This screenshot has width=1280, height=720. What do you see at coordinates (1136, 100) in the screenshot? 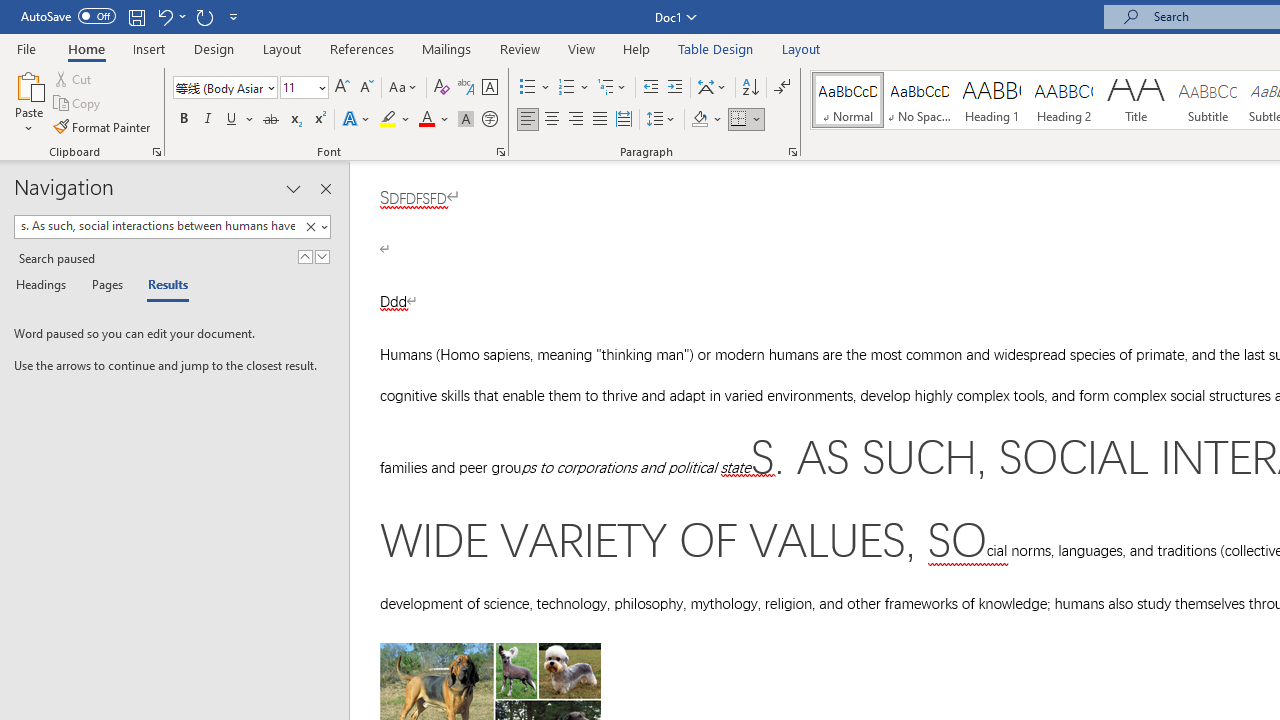
I see `'Title'` at bounding box center [1136, 100].